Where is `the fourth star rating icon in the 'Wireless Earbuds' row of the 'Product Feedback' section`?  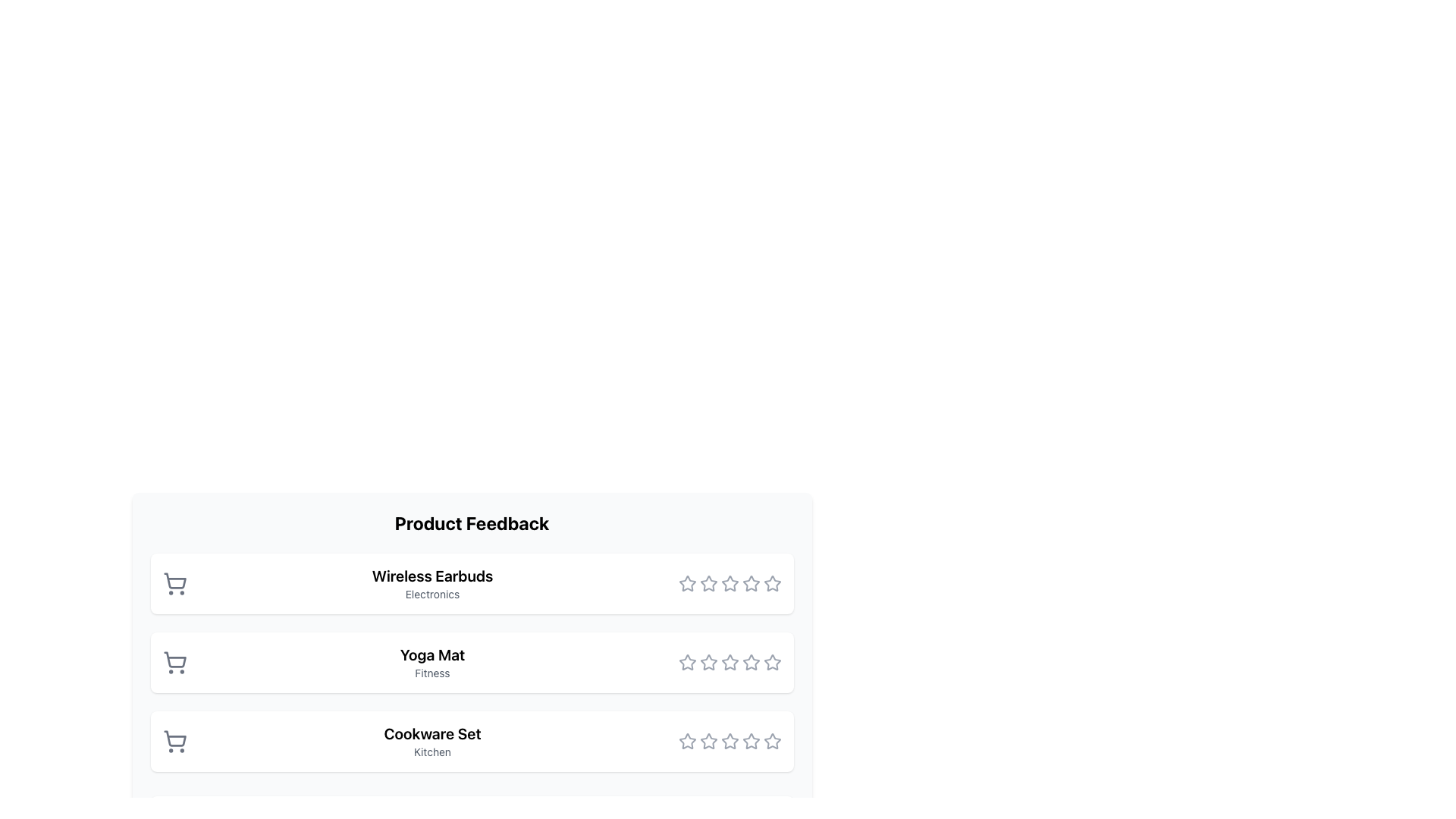 the fourth star rating icon in the 'Wireless Earbuds' row of the 'Product Feedback' section is located at coordinates (730, 582).